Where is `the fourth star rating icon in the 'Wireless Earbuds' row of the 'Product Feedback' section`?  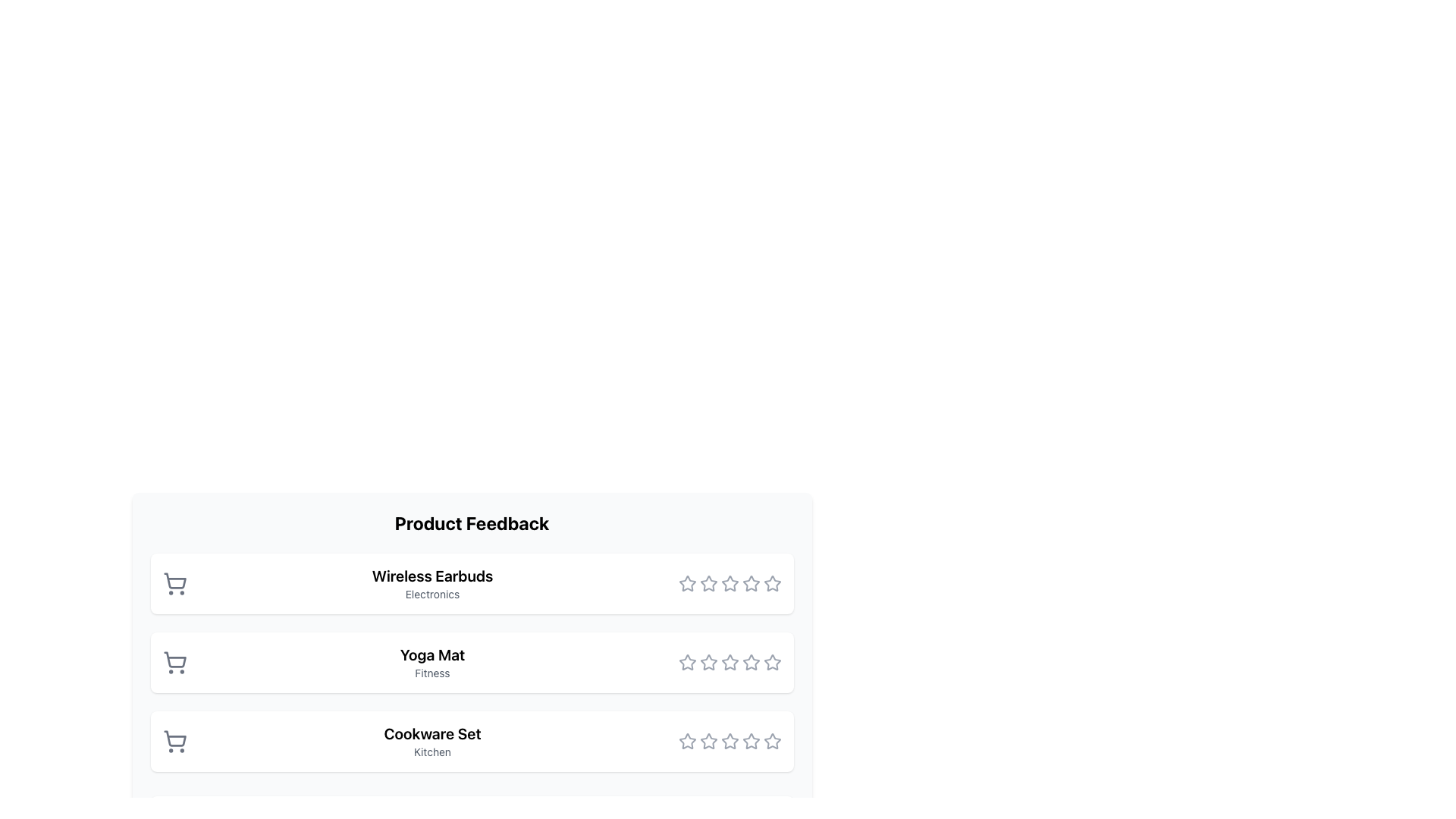 the fourth star rating icon in the 'Wireless Earbuds' row of the 'Product Feedback' section is located at coordinates (730, 582).